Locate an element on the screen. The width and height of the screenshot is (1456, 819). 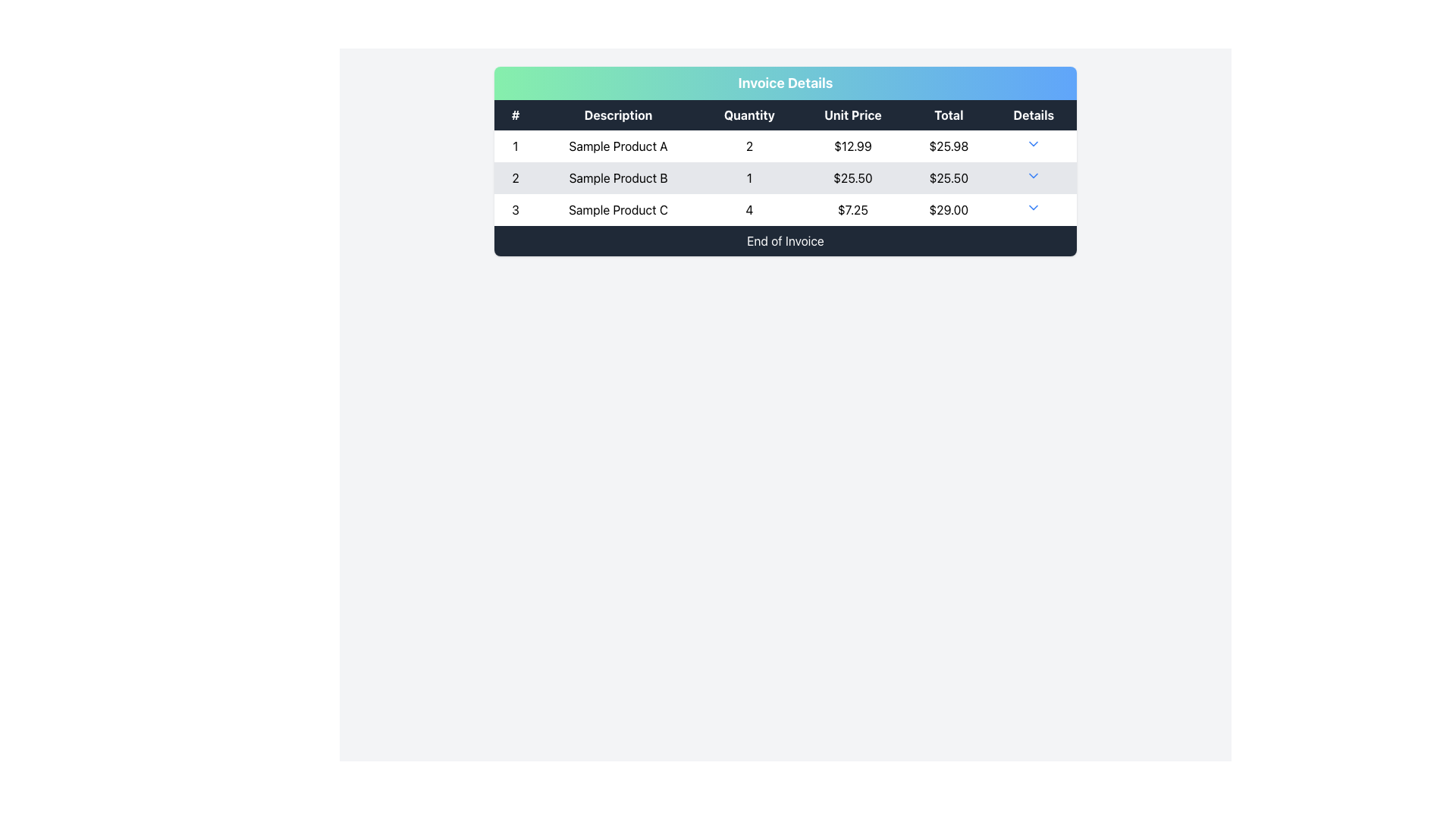
the dropdown trigger icon in the last row of the table under the 'Details' column for 'Sample Product C' is located at coordinates (1033, 207).